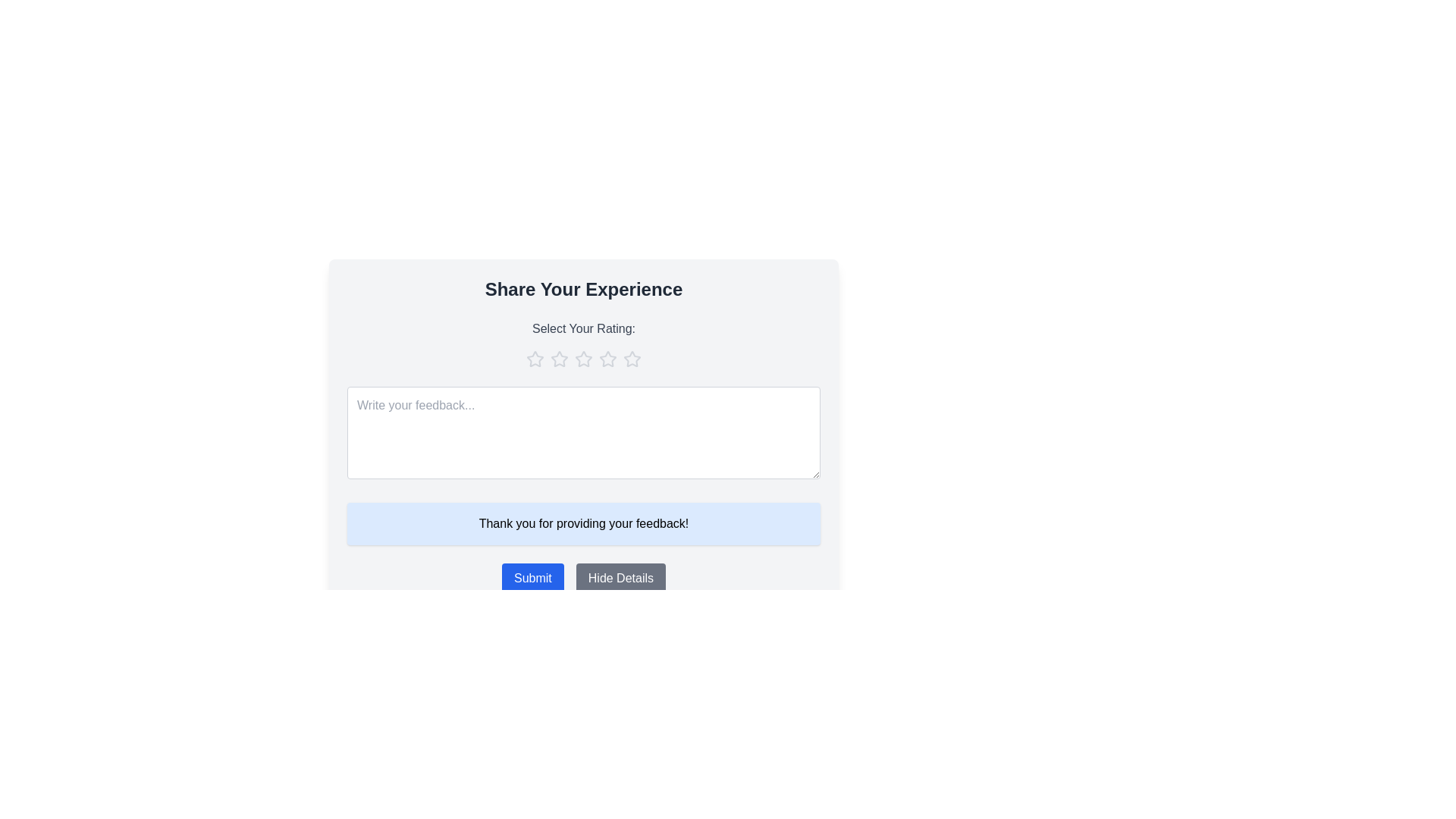 The width and height of the screenshot is (1456, 819). Describe the element at coordinates (532, 579) in the screenshot. I see `the blue 'Submit' button with white text` at that location.